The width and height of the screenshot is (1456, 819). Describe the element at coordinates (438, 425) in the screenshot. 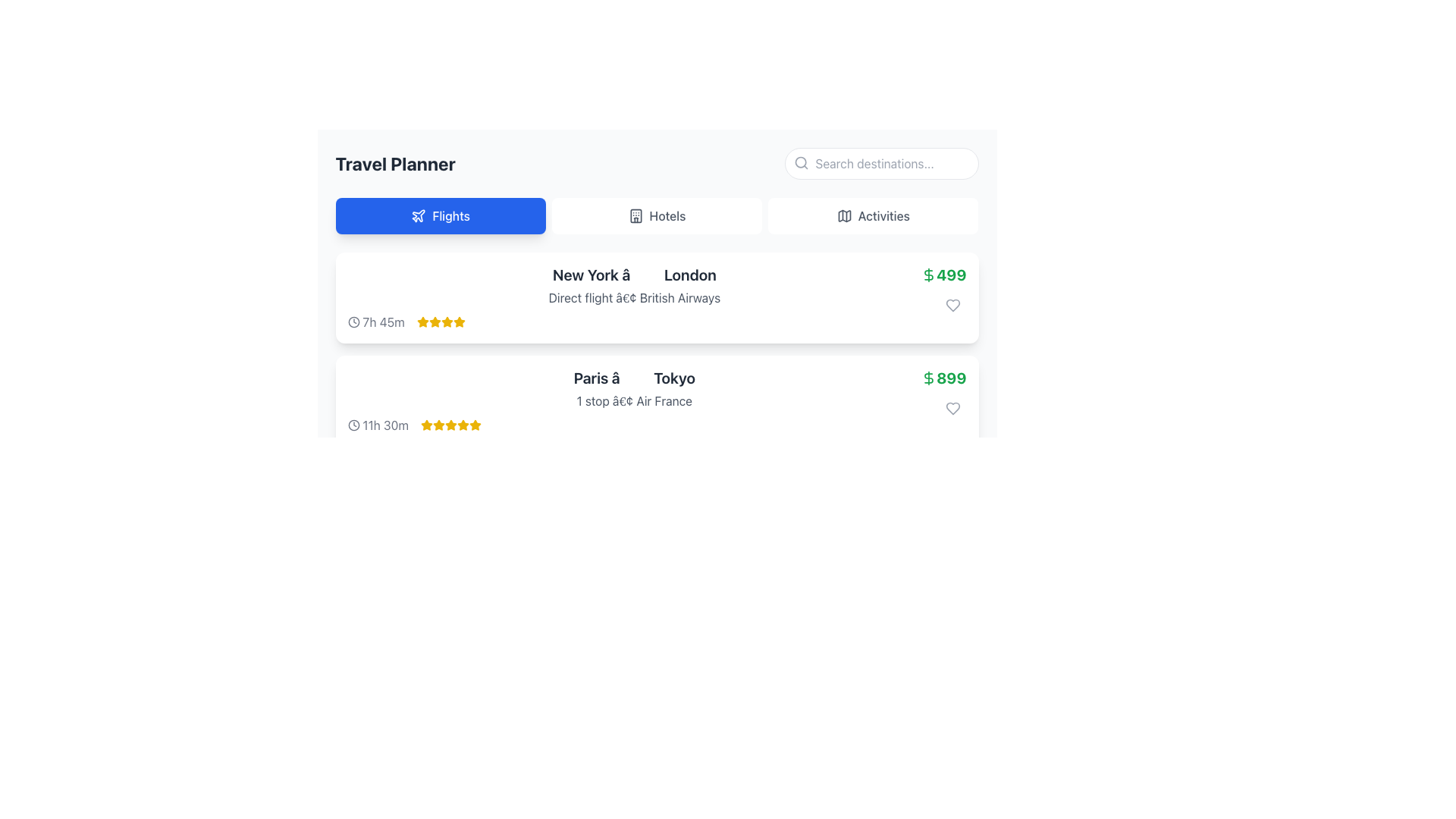

I see `the first star-shaped icon filled with yellow or gold color in the rating system for the travel option from Paris to Tokyo` at that location.